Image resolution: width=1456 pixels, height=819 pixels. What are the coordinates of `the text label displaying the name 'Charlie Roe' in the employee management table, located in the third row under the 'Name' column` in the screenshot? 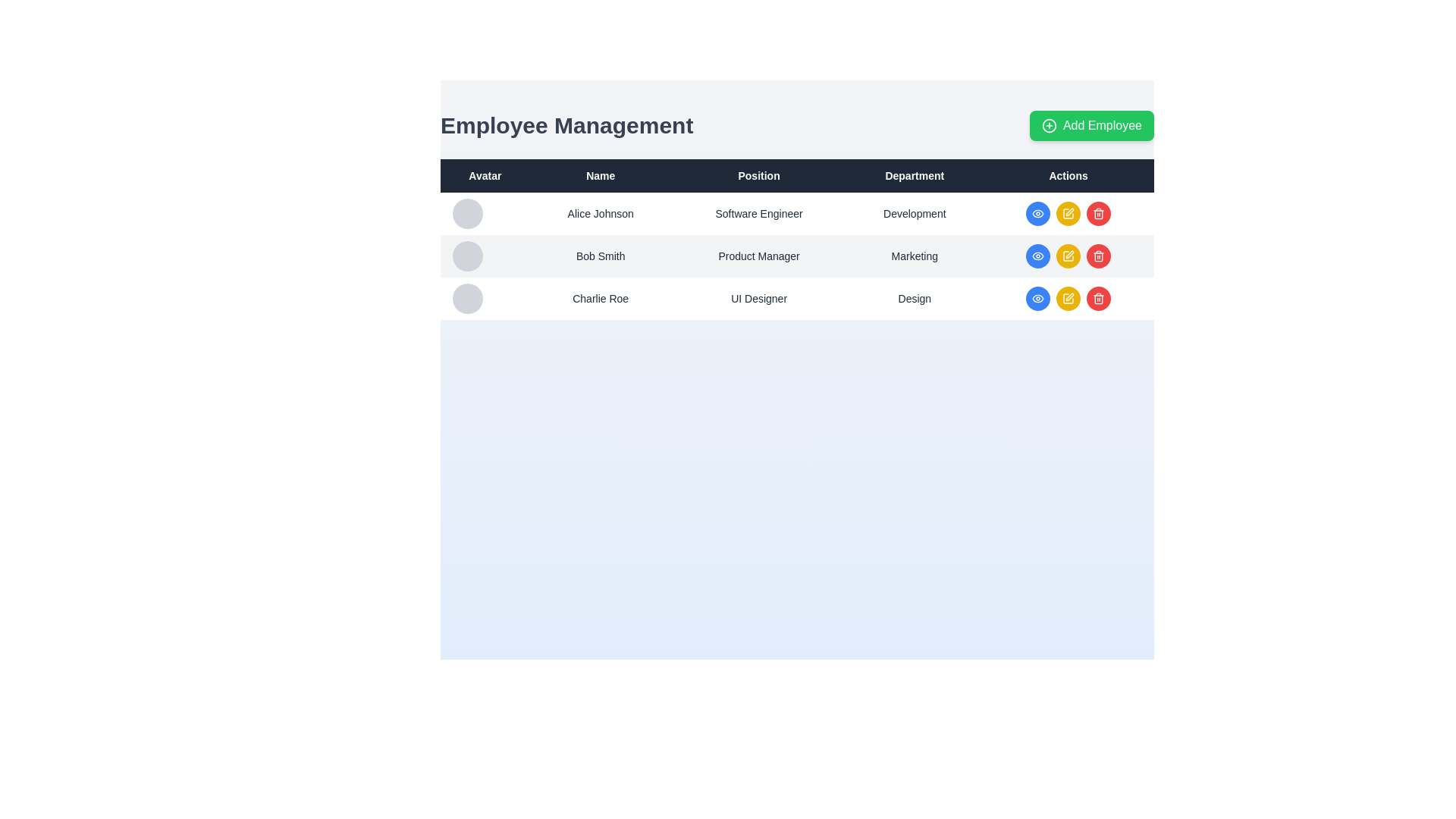 It's located at (600, 298).